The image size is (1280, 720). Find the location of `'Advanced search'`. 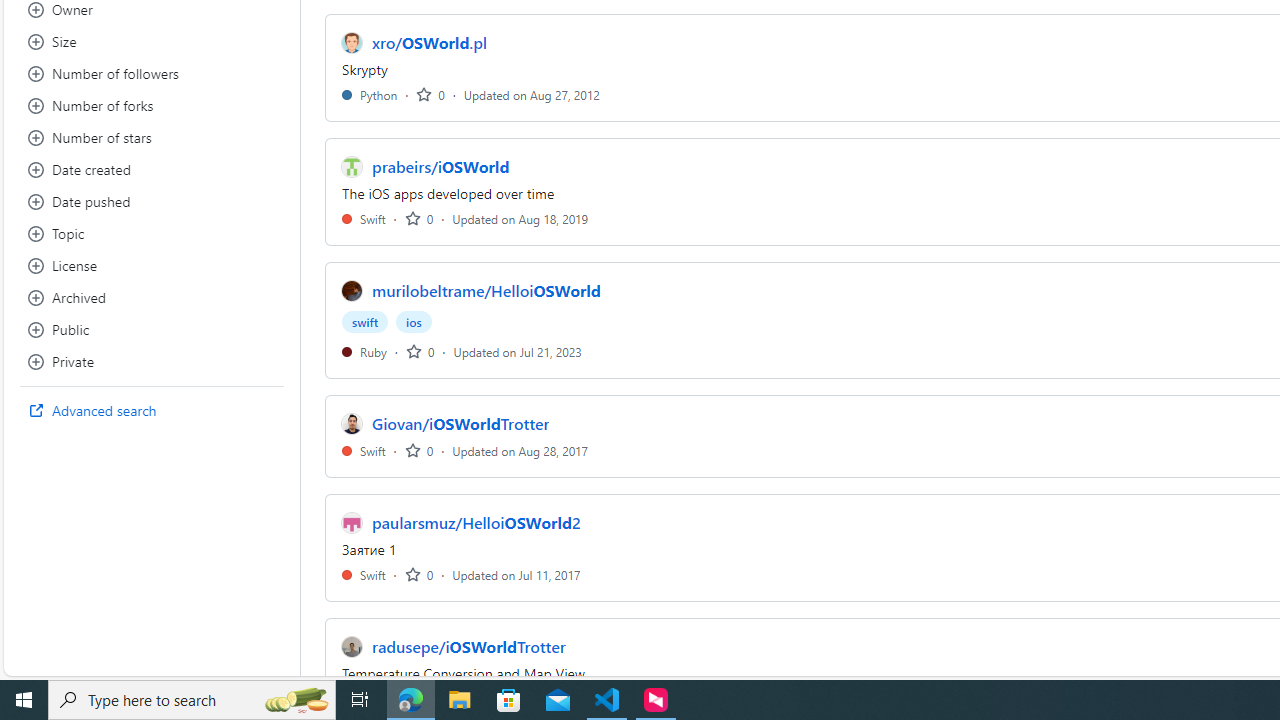

'Advanced search' is located at coordinates (151, 410).